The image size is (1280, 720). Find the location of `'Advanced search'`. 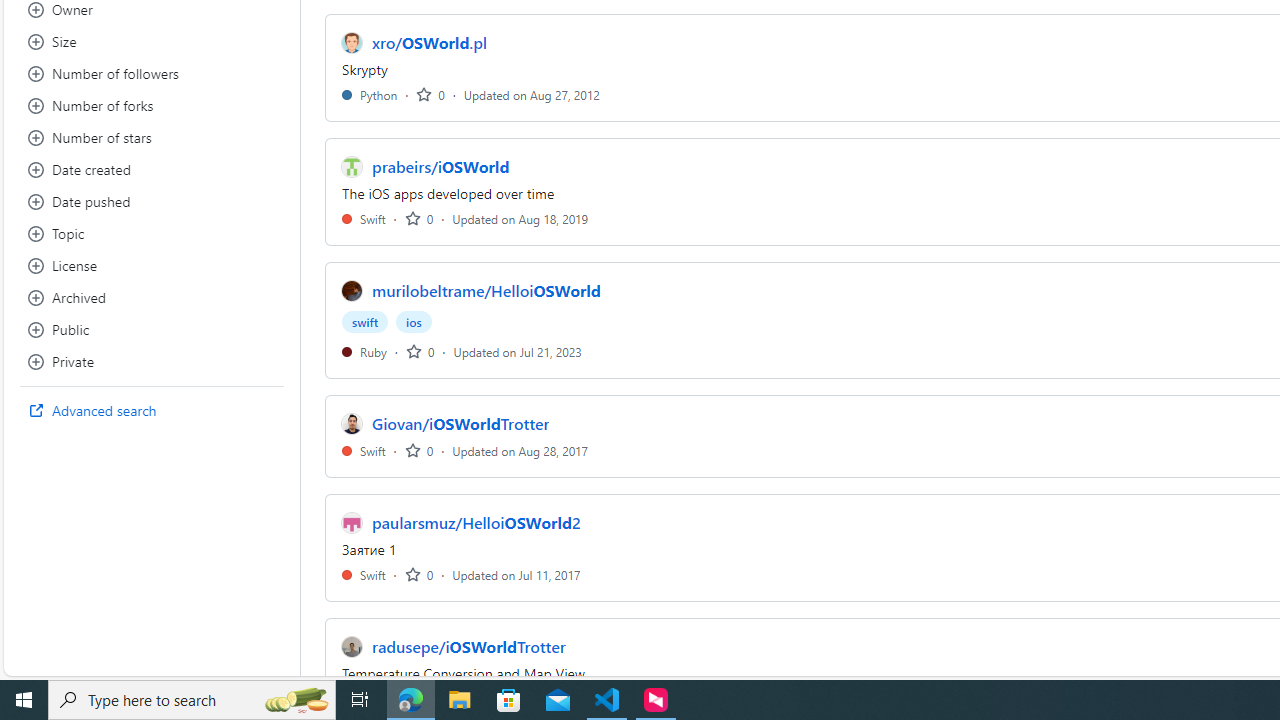

'Advanced search' is located at coordinates (151, 410).